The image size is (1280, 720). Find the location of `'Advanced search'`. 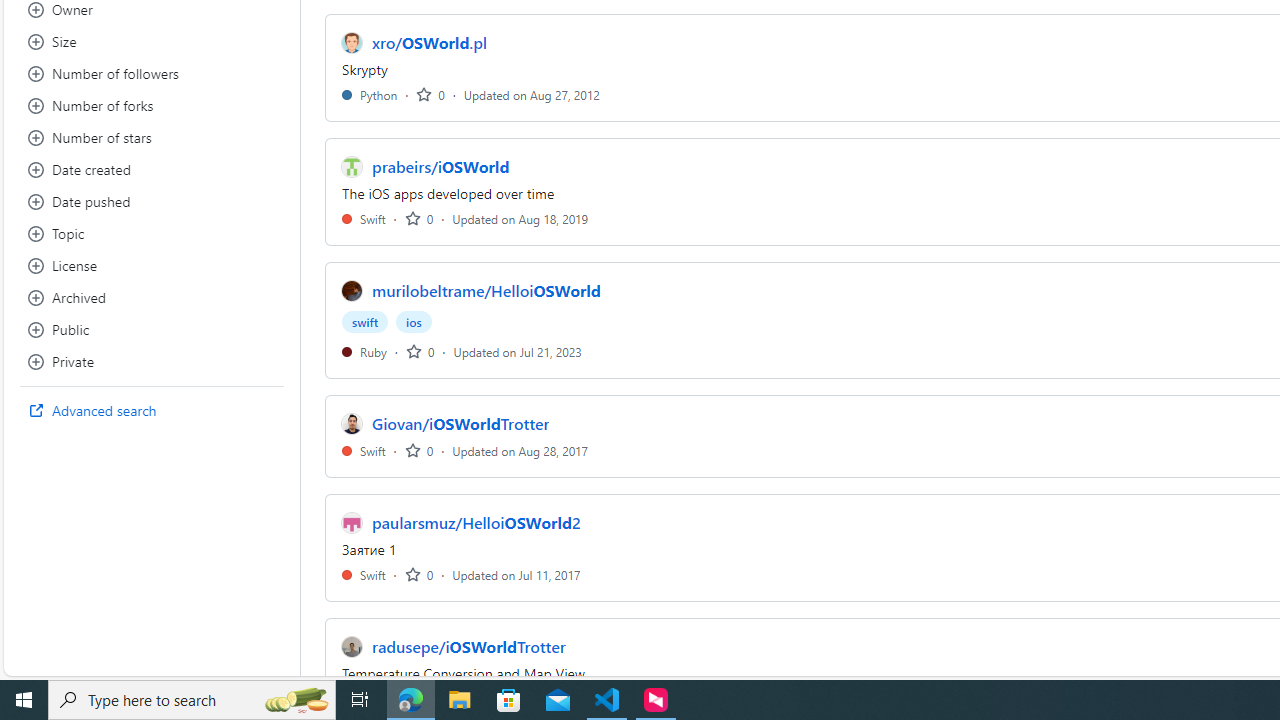

'Advanced search' is located at coordinates (151, 410).